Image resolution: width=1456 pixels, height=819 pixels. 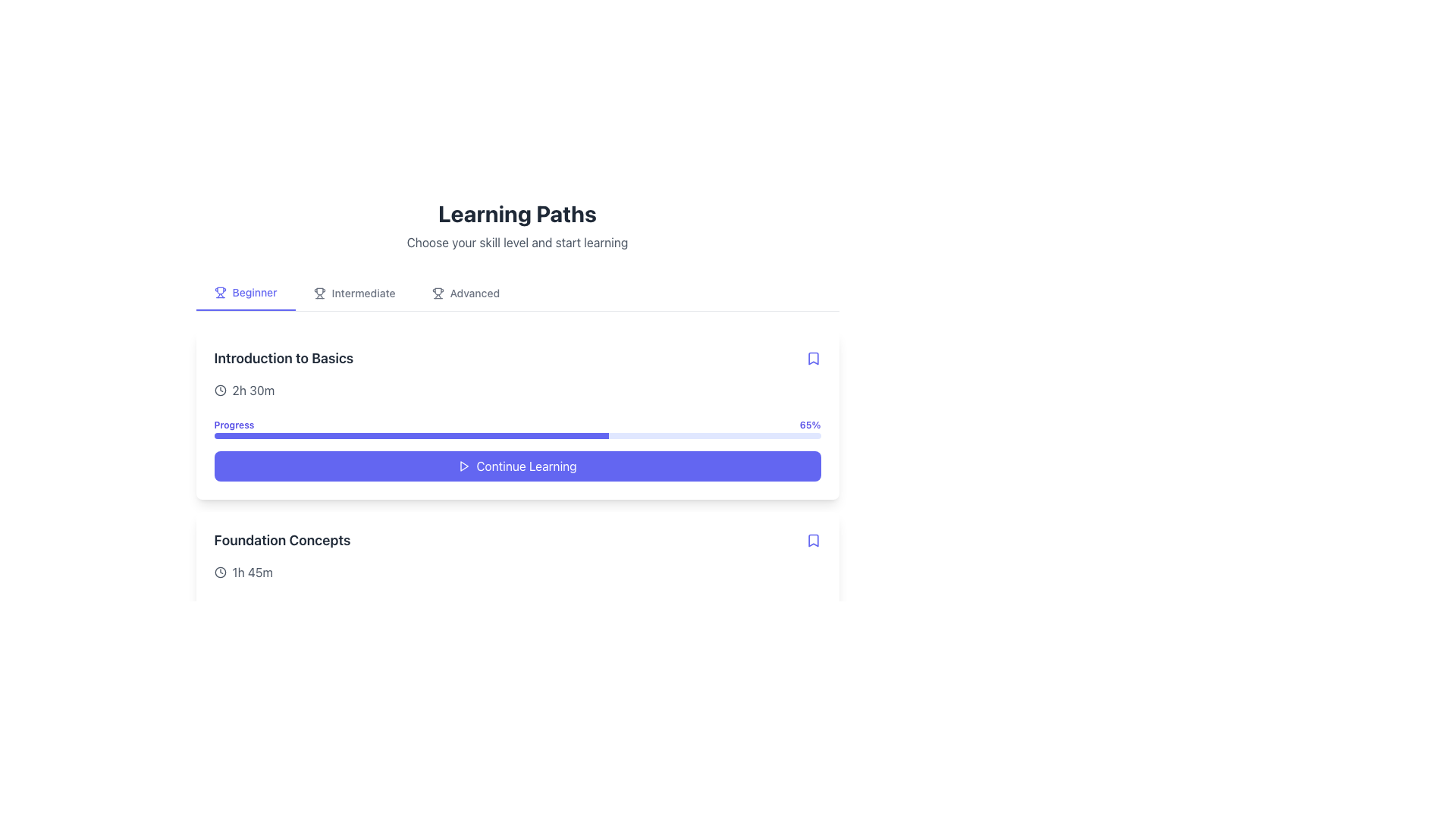 What do you see at coordinates (517, 431) in the screenshot?
I see `the progress indicator displaying 'Progress' and '65%' within the 'Introduction to Basics' card, which features a blue bar indicating the progress covered` at bounding box center [517, 431].